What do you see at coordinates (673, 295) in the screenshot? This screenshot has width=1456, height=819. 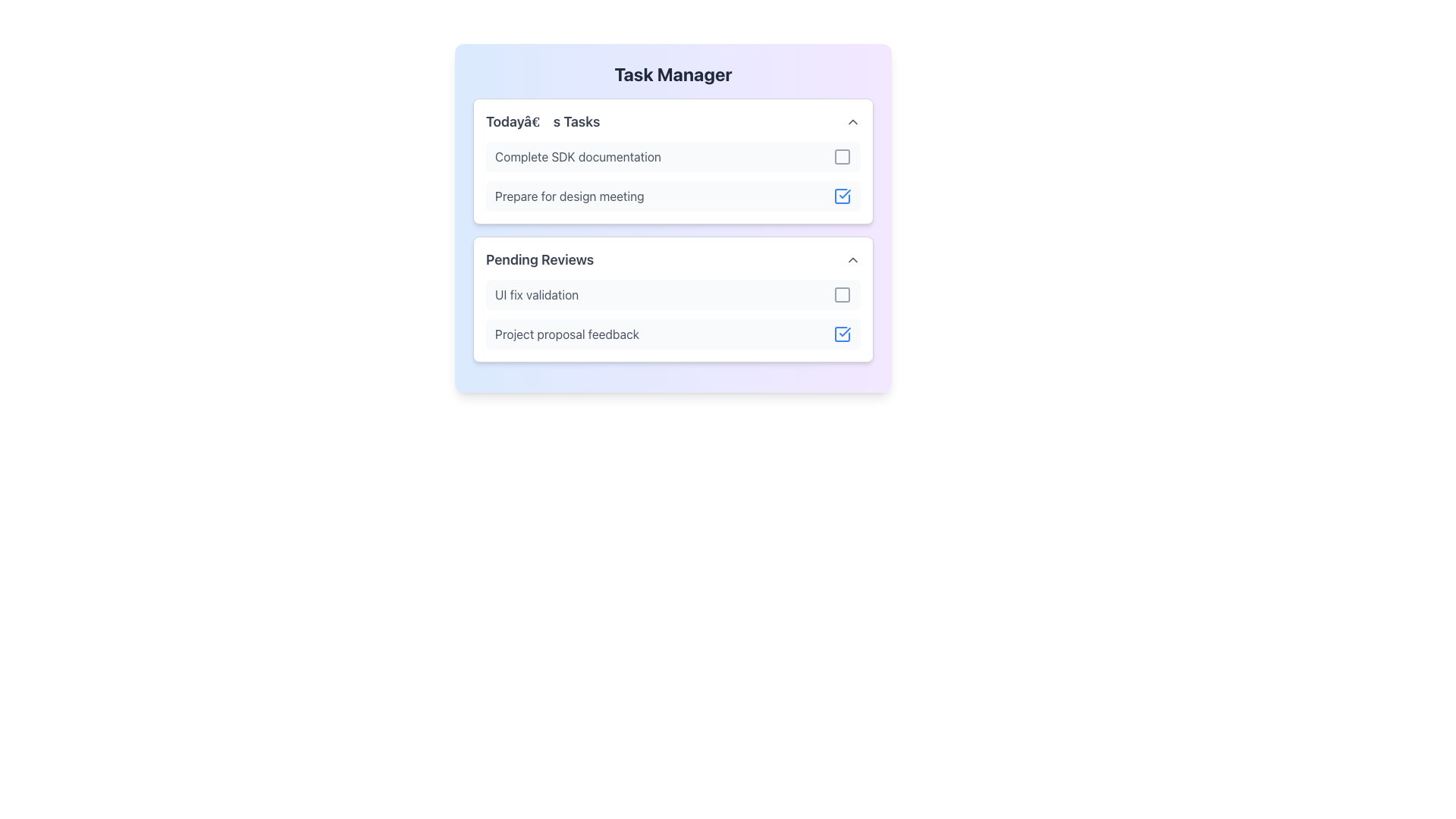 I see `the 'UI fix validation' task item with checkbox located in the 'Pending Reviews' section` at bounding box center [673, 295].